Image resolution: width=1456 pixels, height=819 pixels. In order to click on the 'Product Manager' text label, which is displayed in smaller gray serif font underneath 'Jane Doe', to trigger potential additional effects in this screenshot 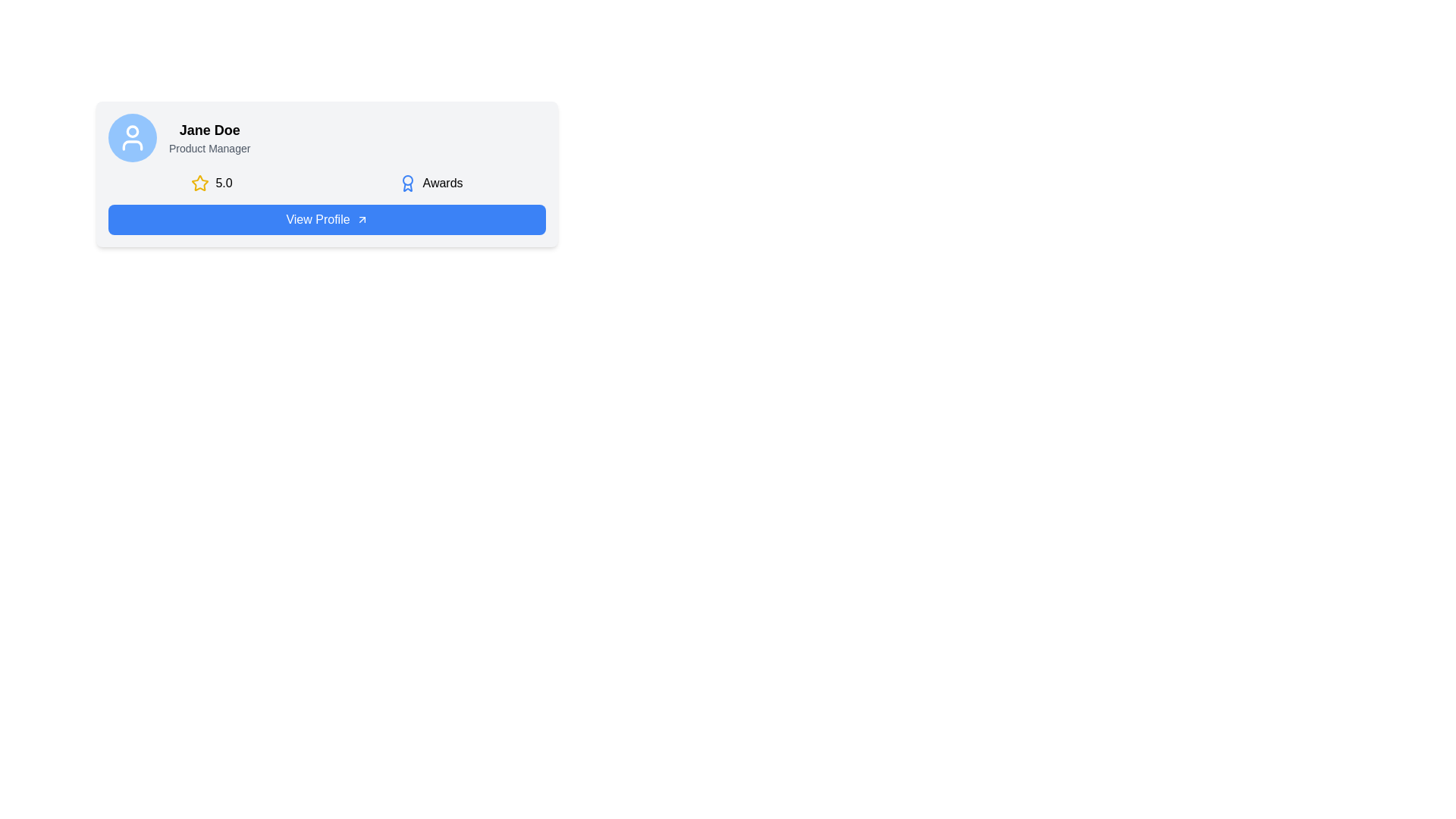, I will do `click(209, 149)`.